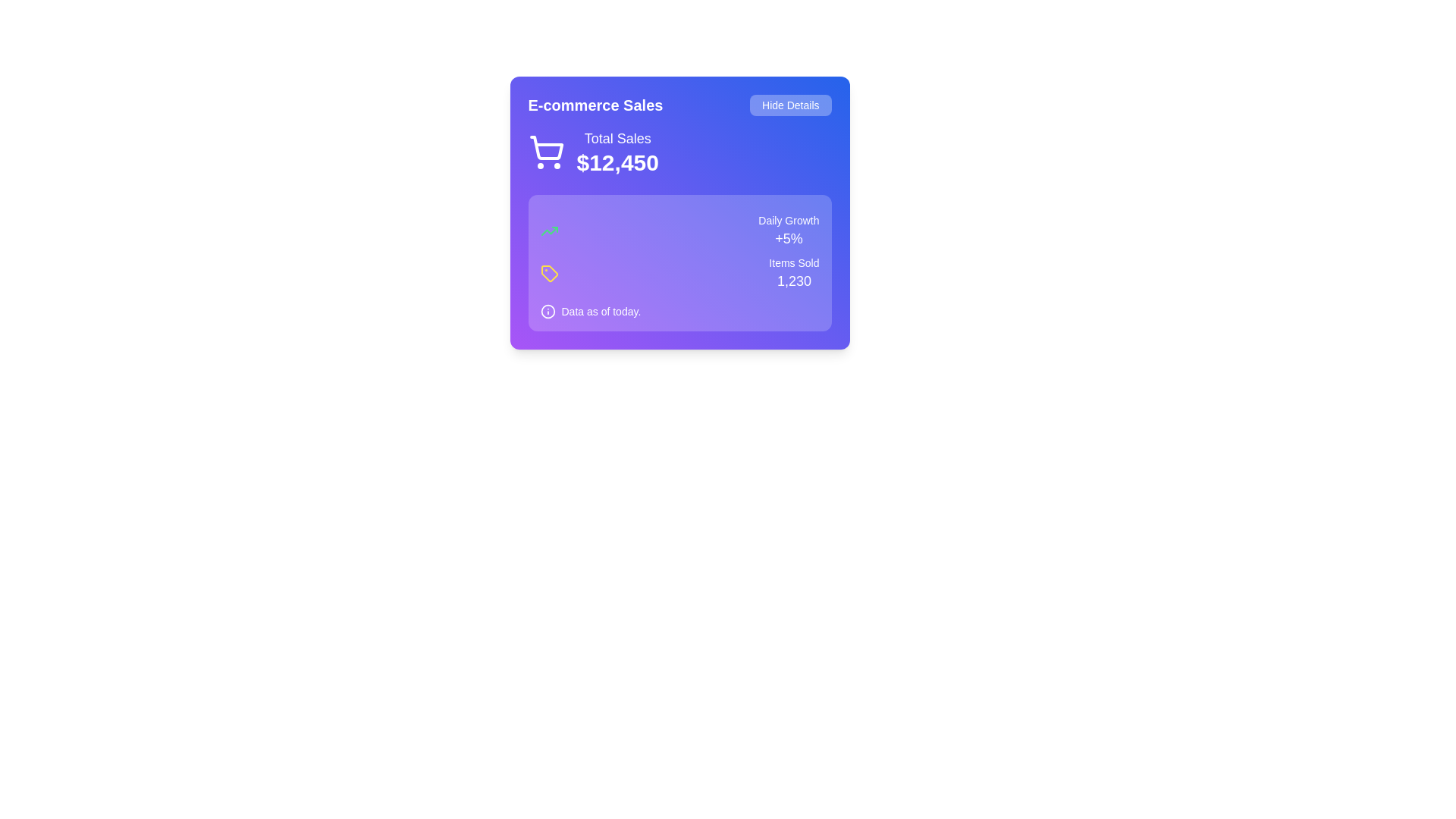 The image size is (1456, 819). I want to click on the button that toggles the visibility of additional content in the card, located at the top right corner aligned with the heading 'E-commerce Sales', so click(789, 104).